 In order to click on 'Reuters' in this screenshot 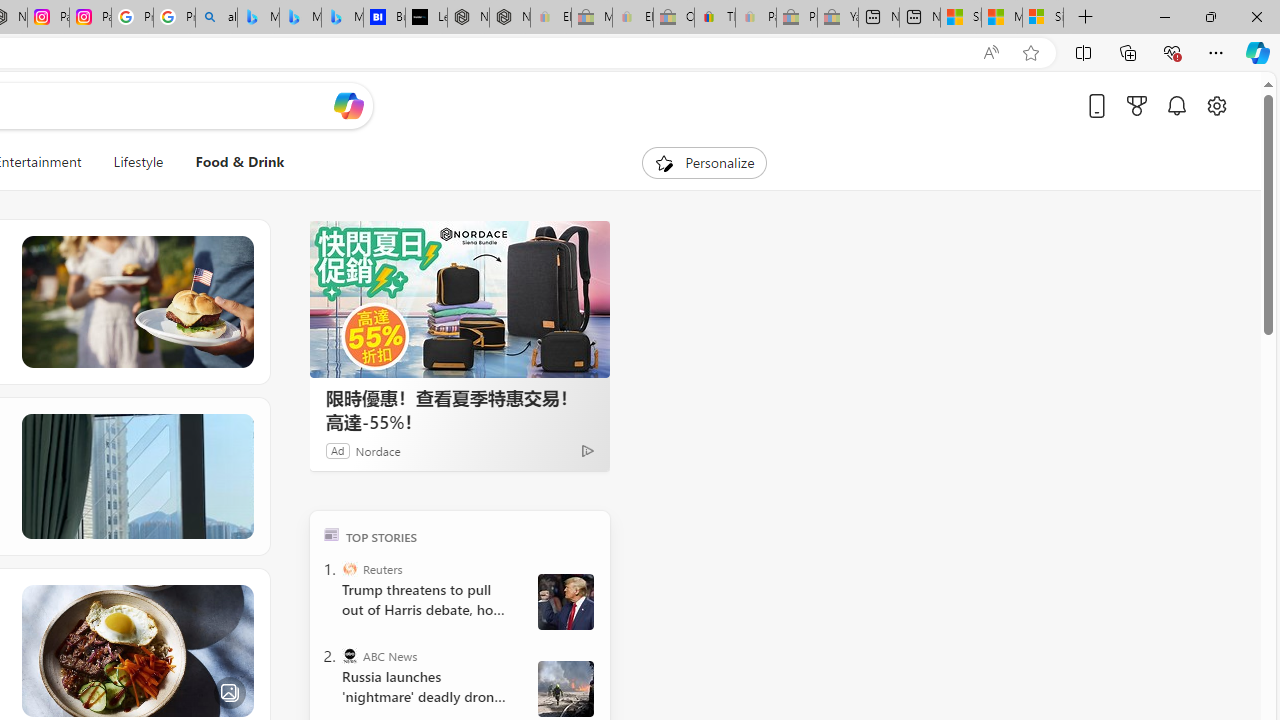, I will do `click(350, 568)`.